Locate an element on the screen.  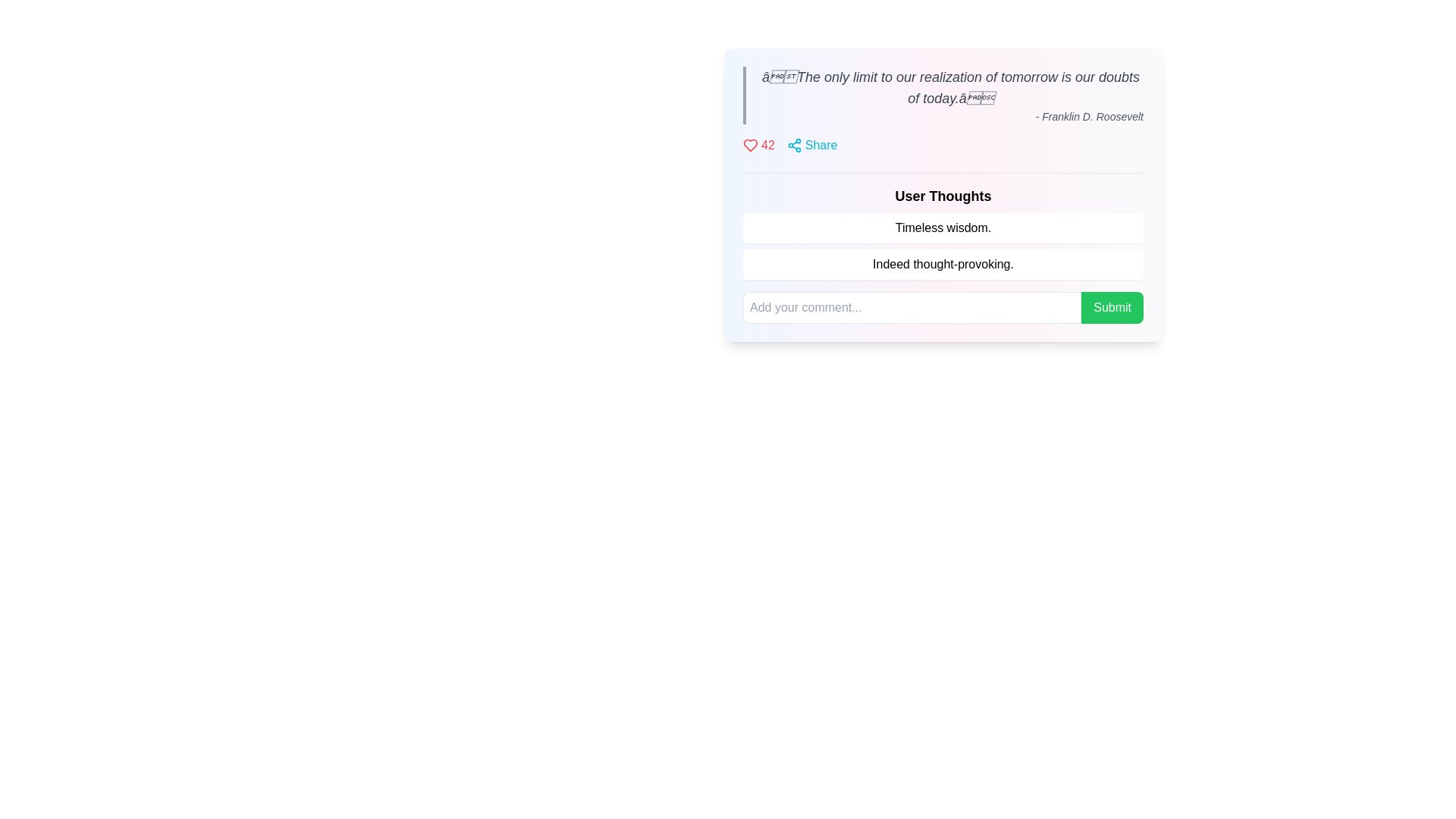
displayed number '42' from the red text label located at the top portion of the UI, which is part of a cluster with a red heart icon to its left is located at coordinates (767, 146).